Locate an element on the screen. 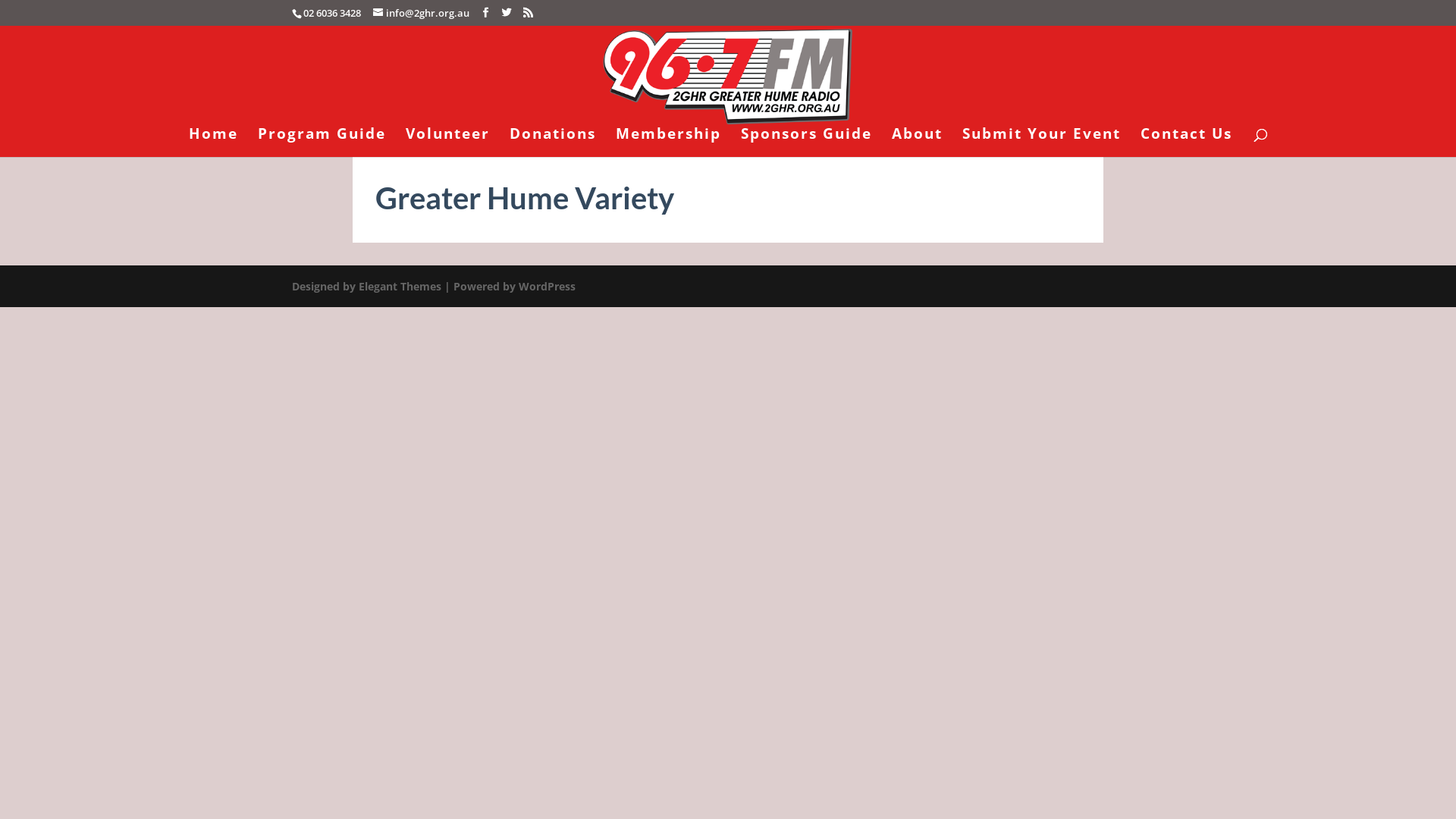 Image resolution: width=1456 pixels, height=819 pixels. 'WordPress' is located at coordinates (546, 286).